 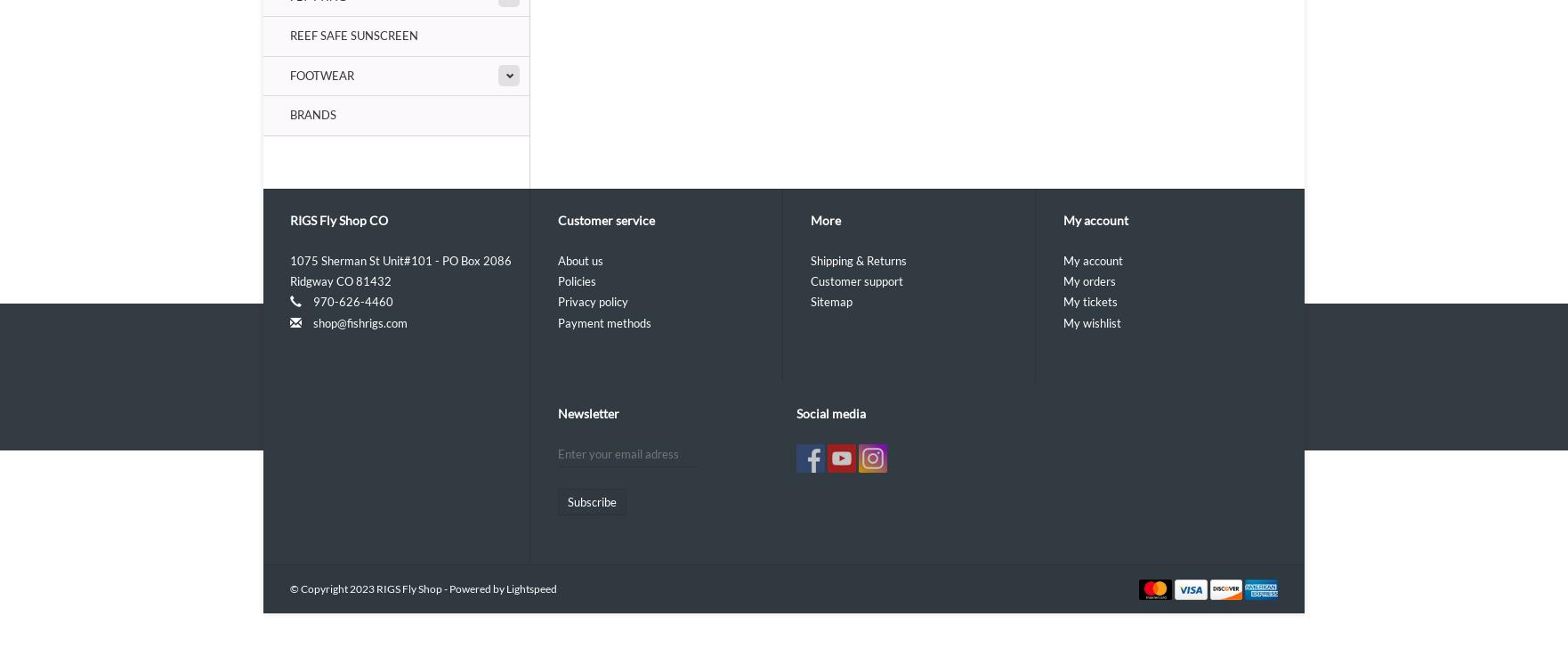 I want to click on 'Brands', so click(x=313, y=114).